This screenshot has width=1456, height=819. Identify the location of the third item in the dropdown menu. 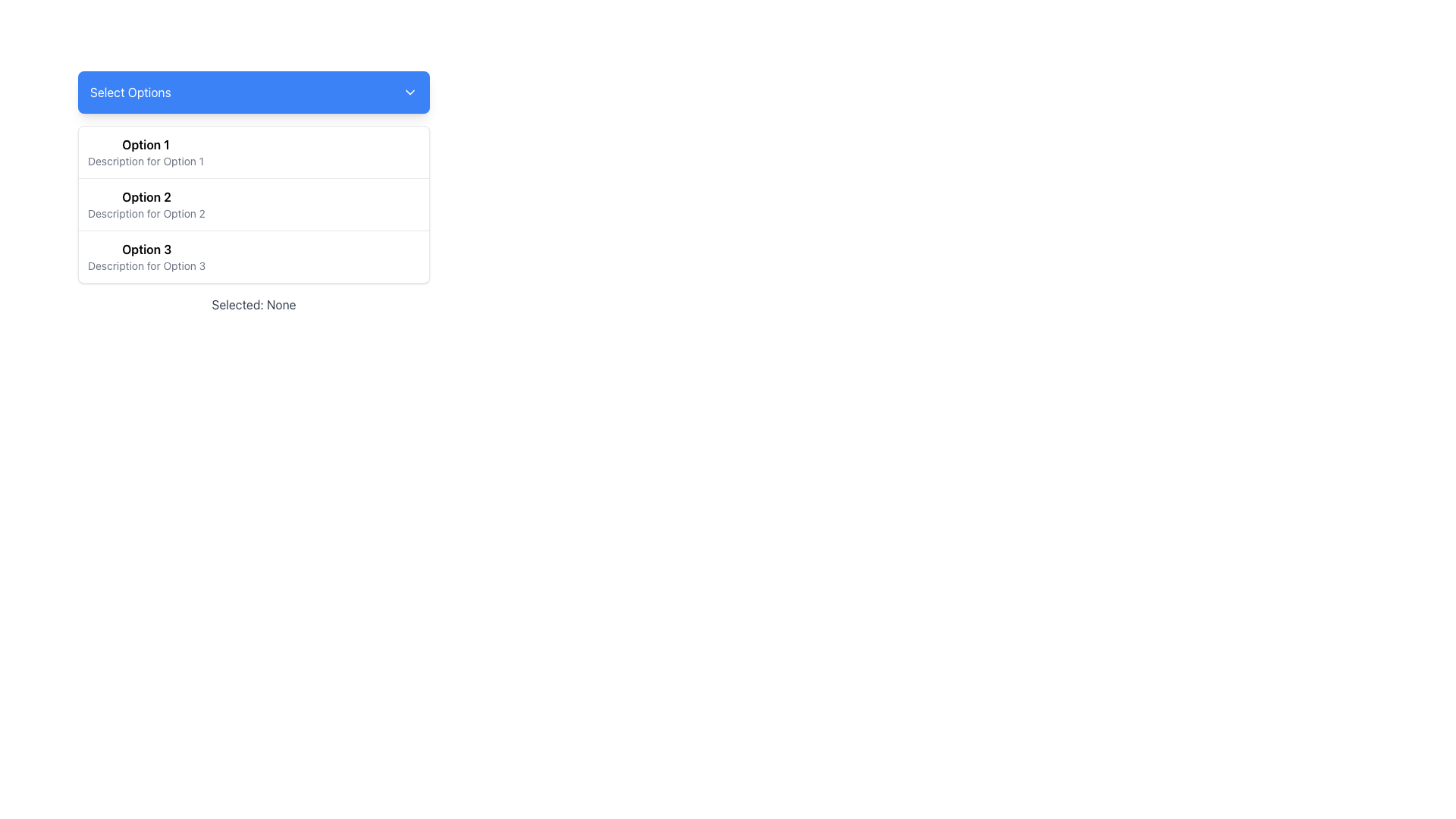
(146, 256).